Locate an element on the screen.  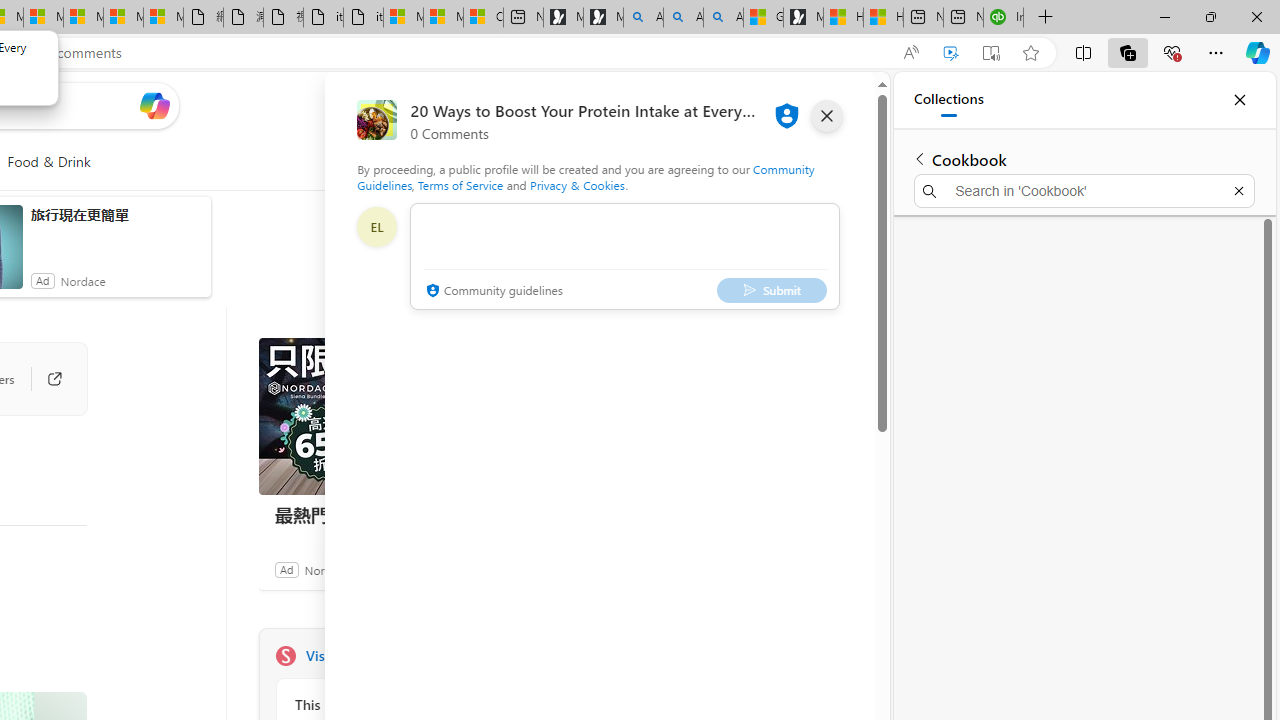
'Submit' is located at coordinates (770, 290).